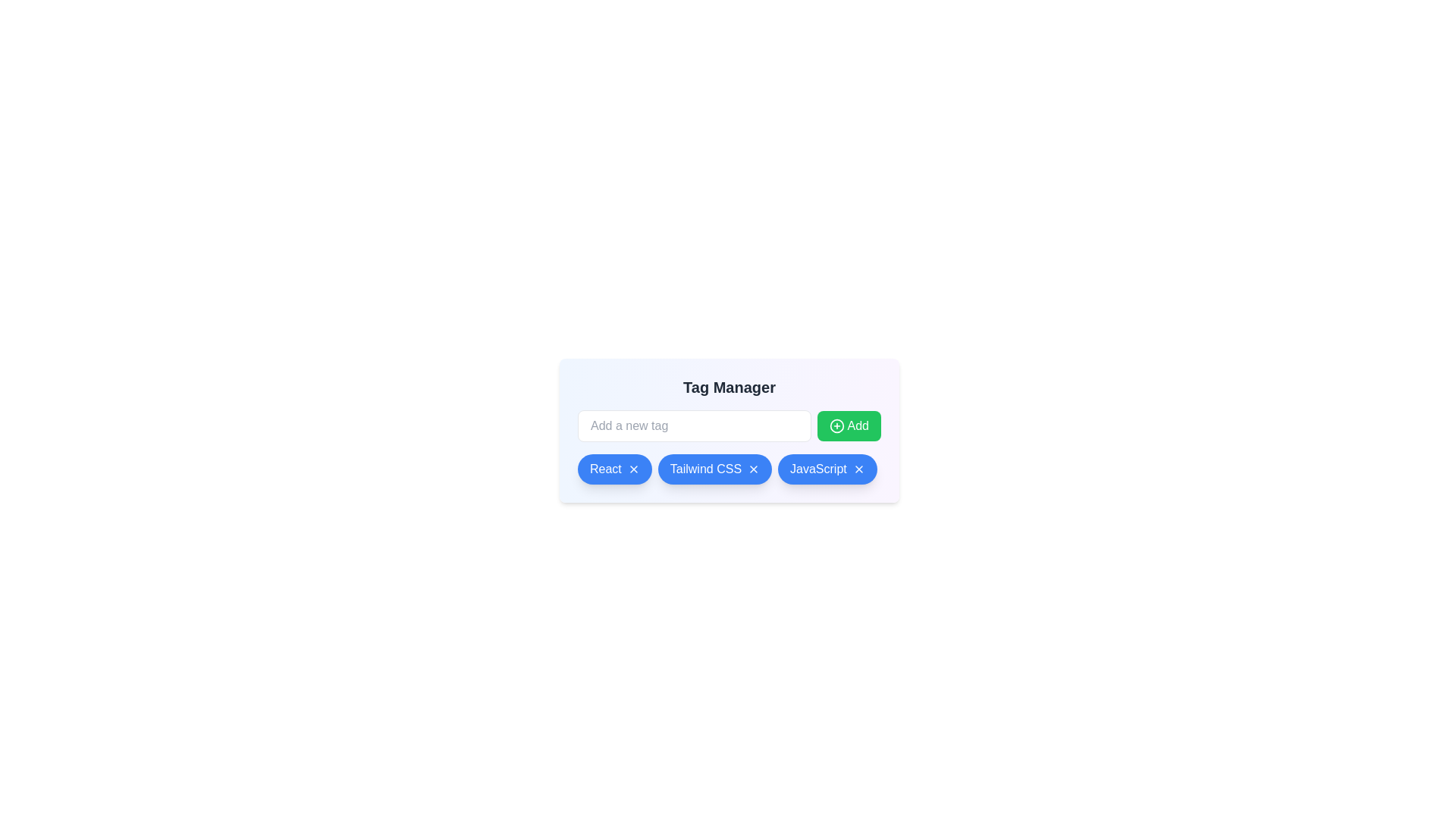  What do you see at coordinates (753, 468) in the screenshot?
I see `the tag with label Tailwind CSS by clicking its associated remove button` at bounding box center [753, 468].